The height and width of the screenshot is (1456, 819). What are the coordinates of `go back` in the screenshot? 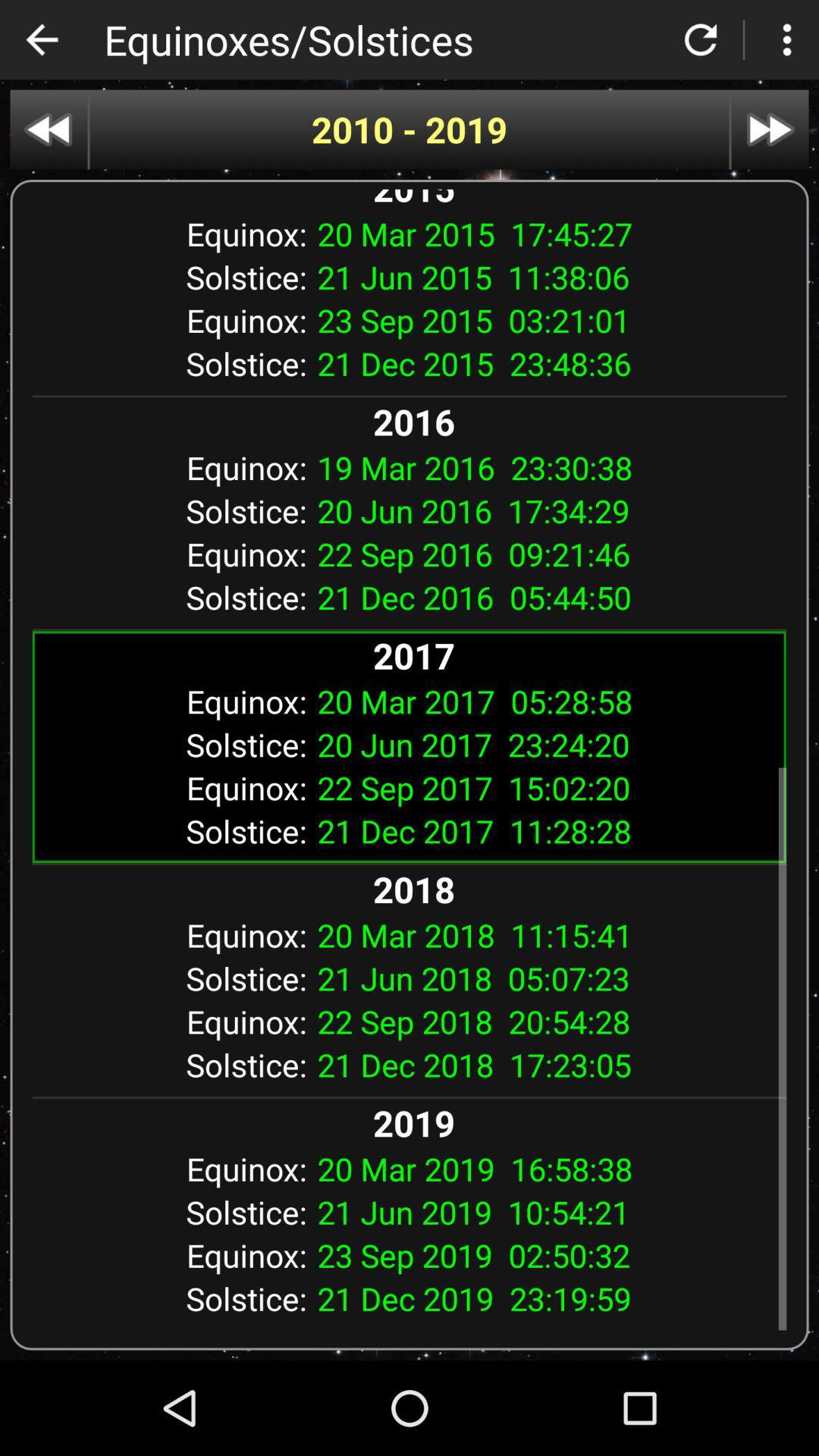 It's located at (48, 130).